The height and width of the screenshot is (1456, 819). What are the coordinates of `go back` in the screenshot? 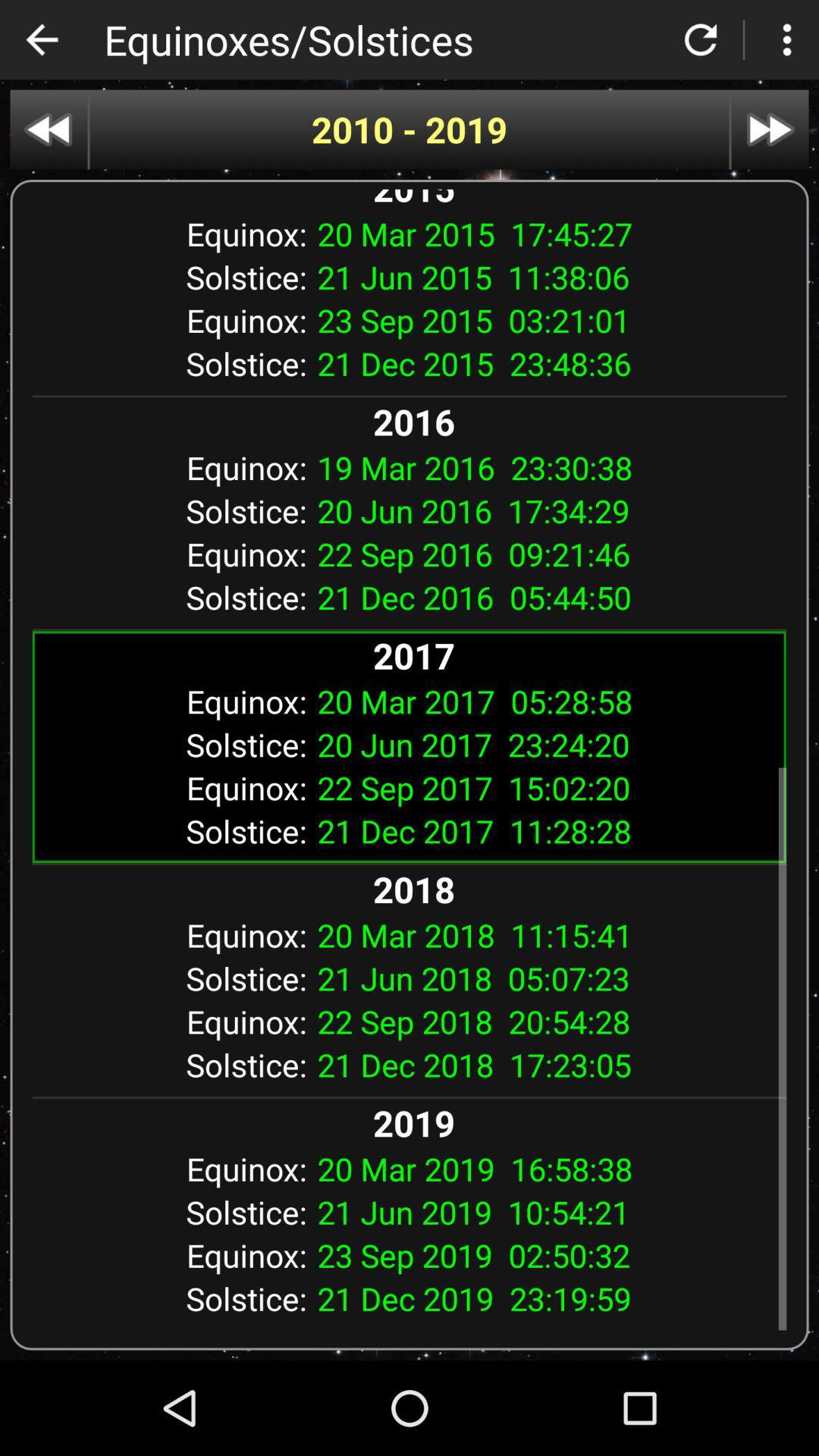 It's located at (48, 130).